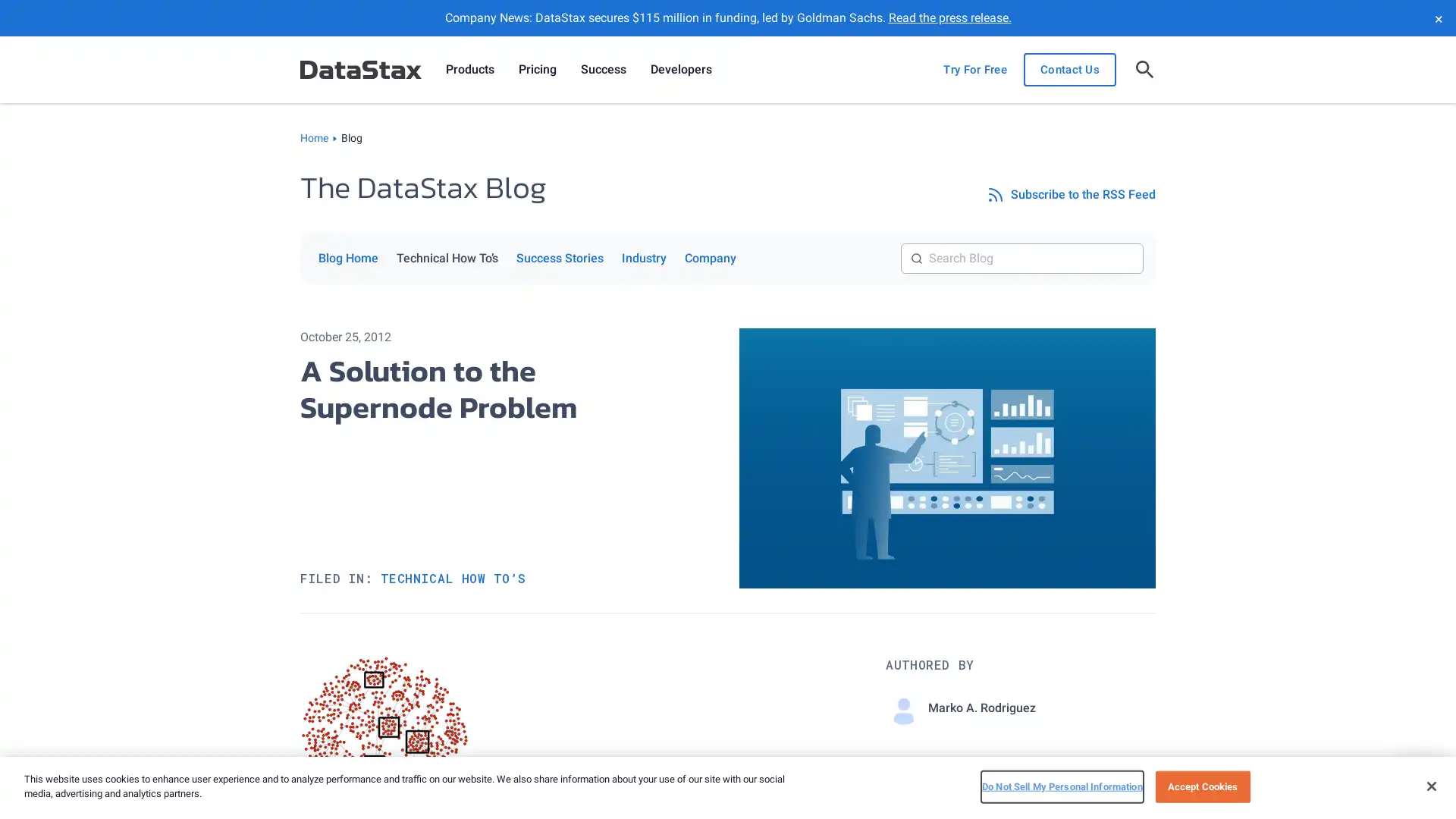 The width and height of the screenshot is (1456, 819). What do you see at coordinates (1201, 786) in the screenshot?
I see `Accept Cookies` at bounding box center [1201, 786].